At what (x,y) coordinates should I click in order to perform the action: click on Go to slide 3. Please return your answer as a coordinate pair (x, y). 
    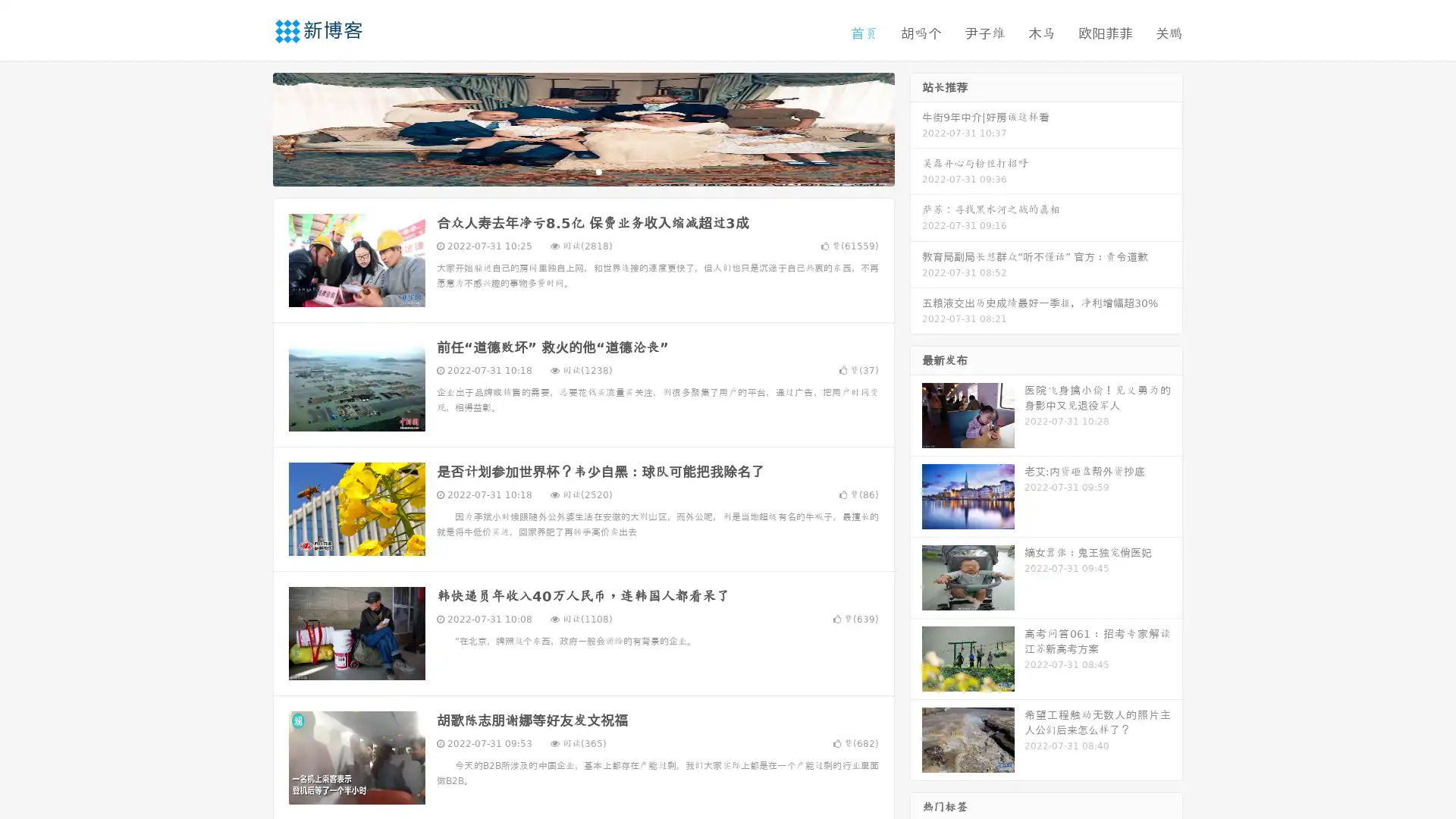
    Looking at the image, I should click on (598, 171).